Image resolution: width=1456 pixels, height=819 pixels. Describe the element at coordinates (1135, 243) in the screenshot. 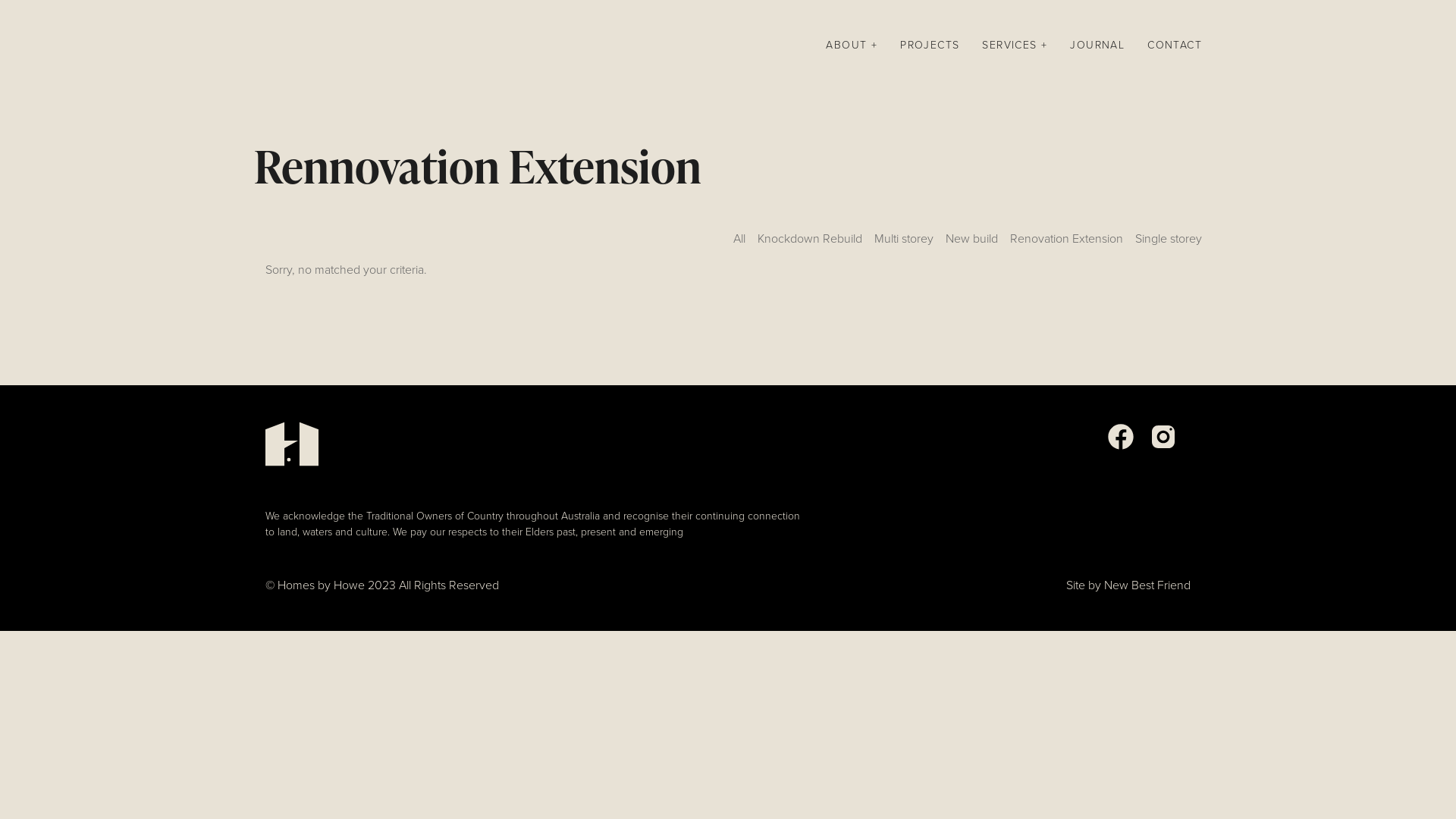

I see `'Single storey'` at that location.